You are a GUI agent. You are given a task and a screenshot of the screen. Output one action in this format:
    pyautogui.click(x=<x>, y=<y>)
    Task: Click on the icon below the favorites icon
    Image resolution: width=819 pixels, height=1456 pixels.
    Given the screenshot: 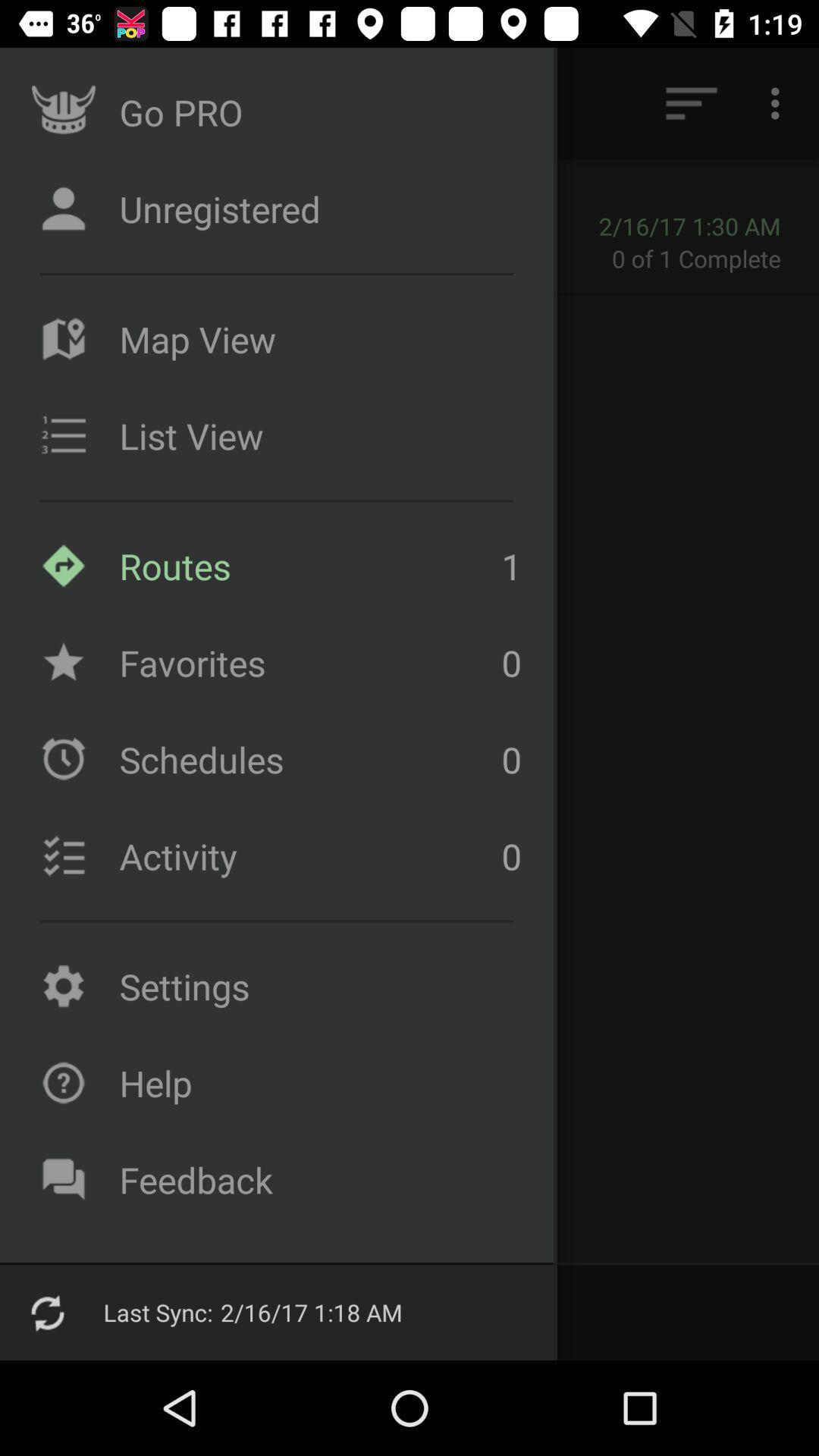 What is the action you would take?
    pyautogui.click(x=306, y=759)
    